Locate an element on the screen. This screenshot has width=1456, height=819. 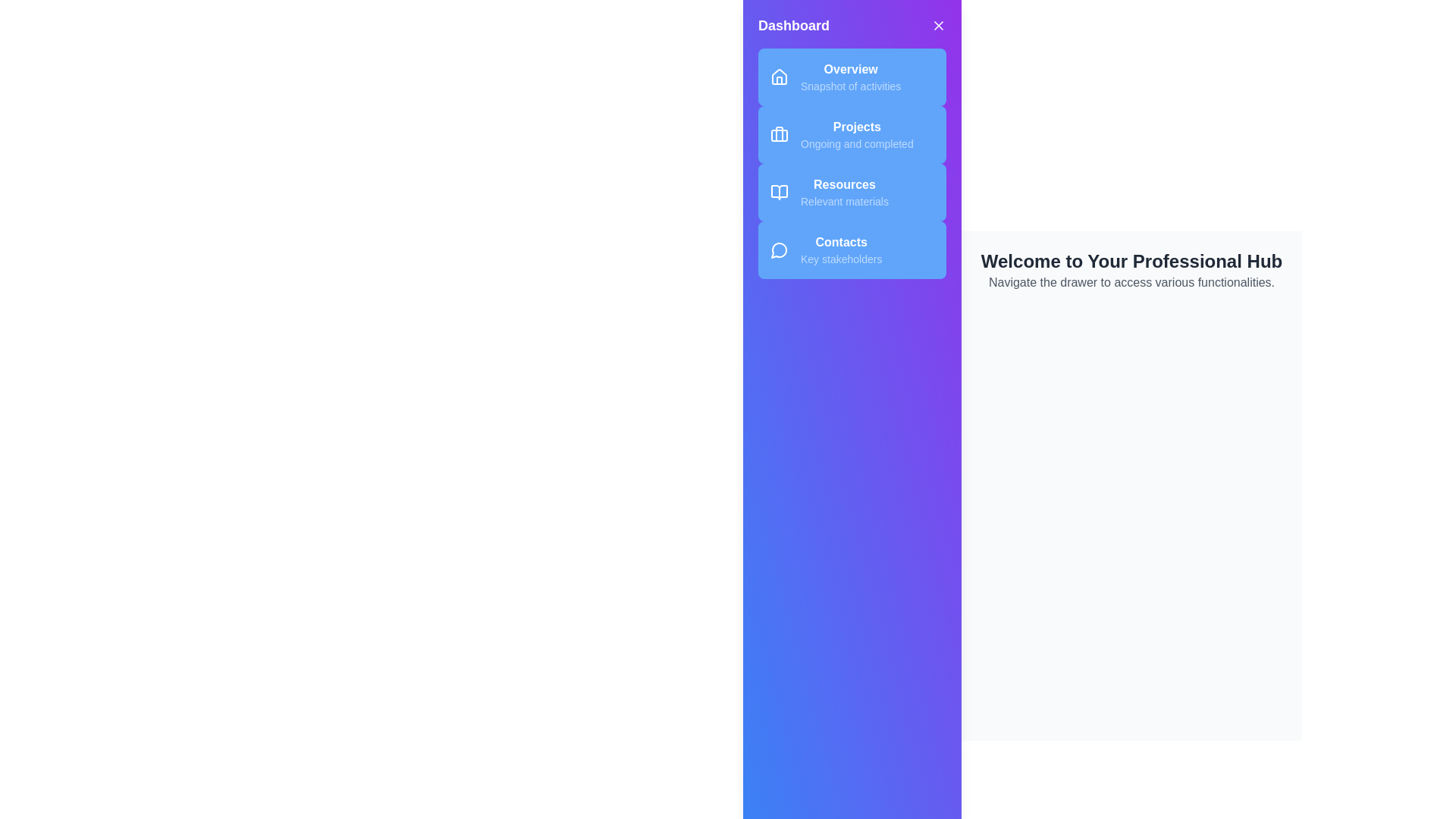
the menu item labeled Resources to navigate to its section is located at coordinates (852, 192).